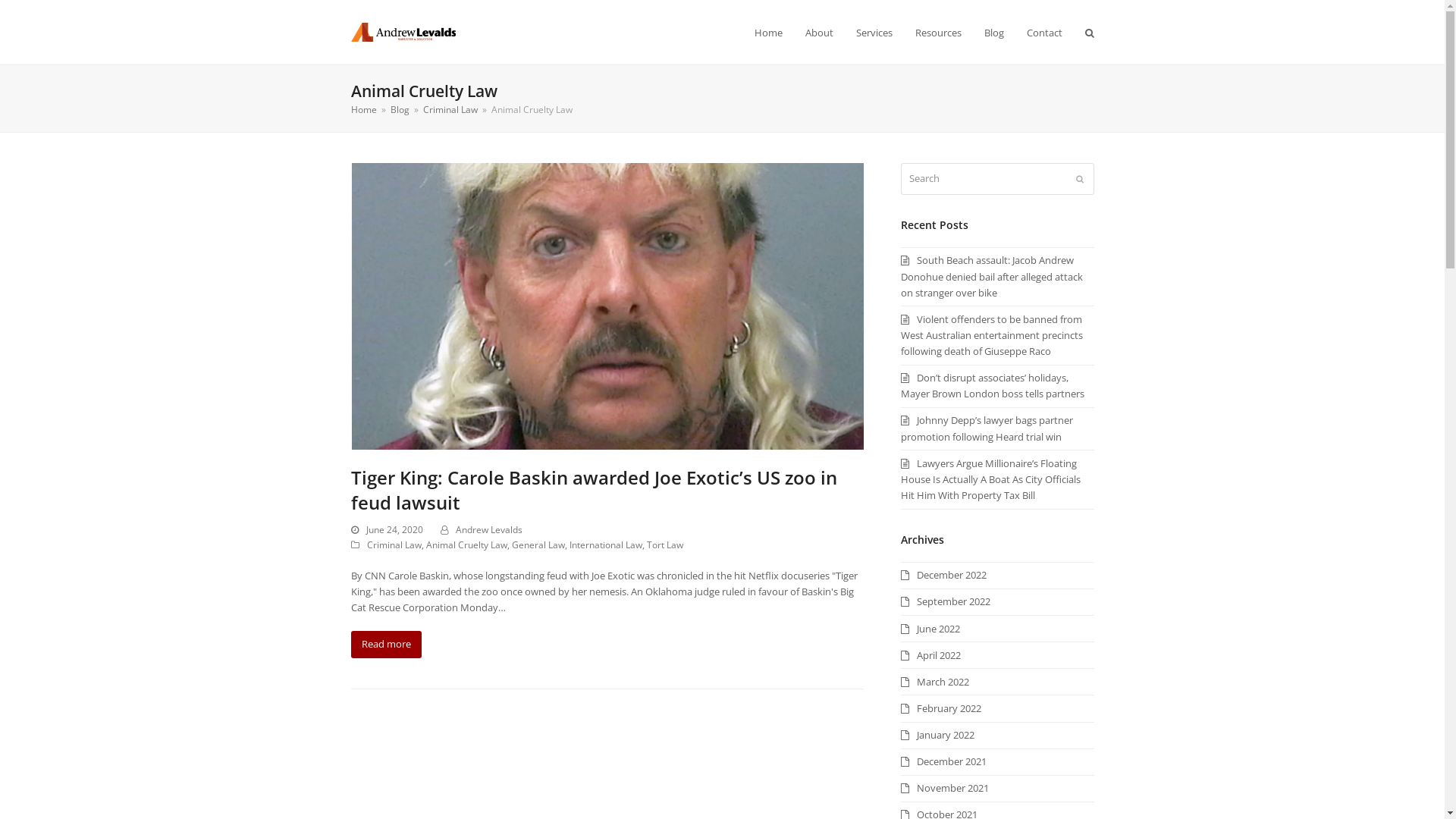 This screenshot has height=819, width=1456. What do you see at coordinates (943, 575) in the screenshot?
I see `'December 2022'` at bounding box center [943, 575].